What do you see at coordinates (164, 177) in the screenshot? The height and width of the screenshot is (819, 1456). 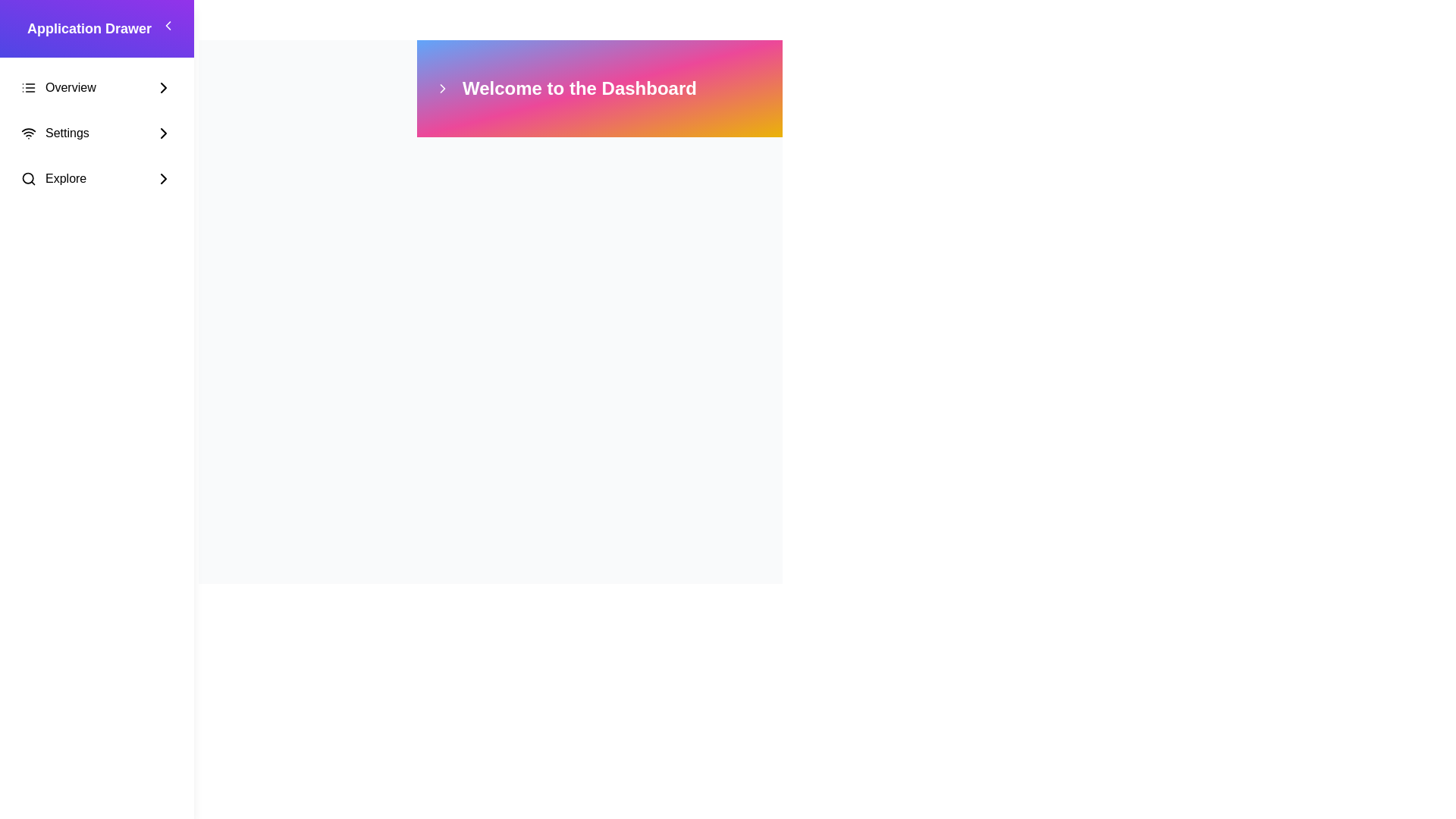 I see `the right-pointing chevron icon located to the right of the 'Explore' label in the application drawer menu` at bounding box center [164, 177].